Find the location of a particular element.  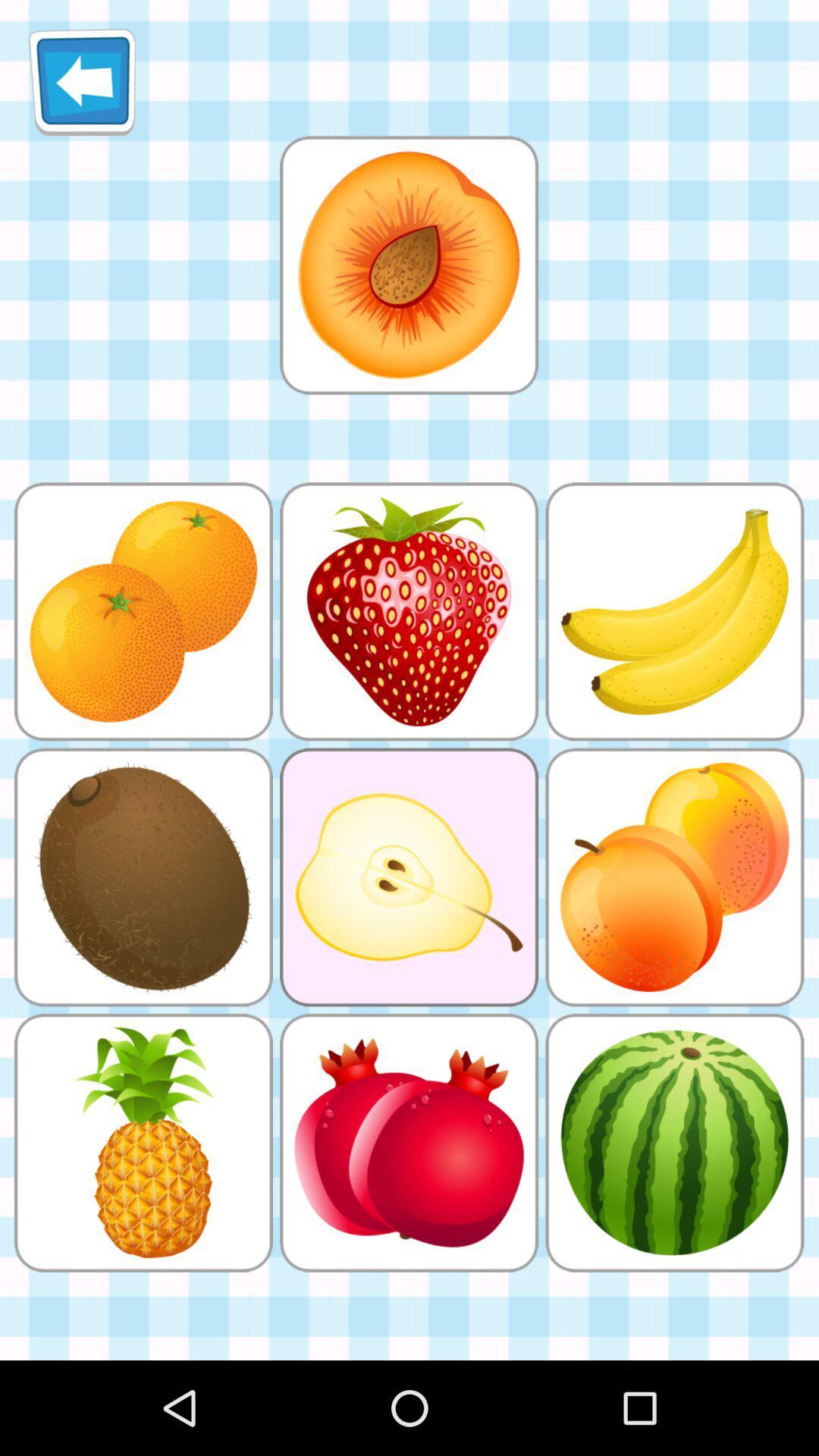

large is located at coordinates (408, 265).